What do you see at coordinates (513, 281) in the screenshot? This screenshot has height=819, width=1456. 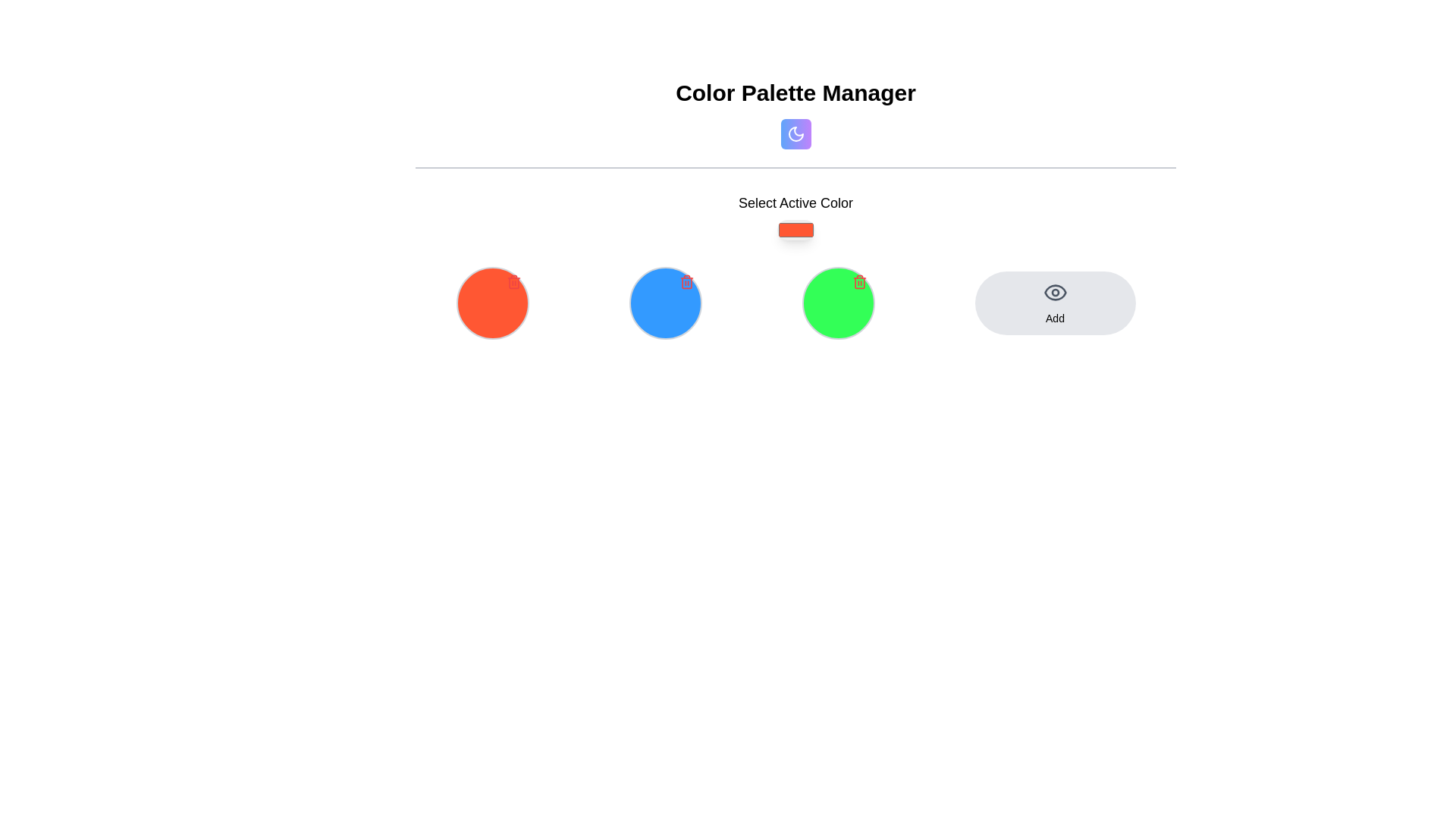 I see `the delete icon located at the top-right corner of the leftmost circular color palette item` at bounding box center [513, 281].